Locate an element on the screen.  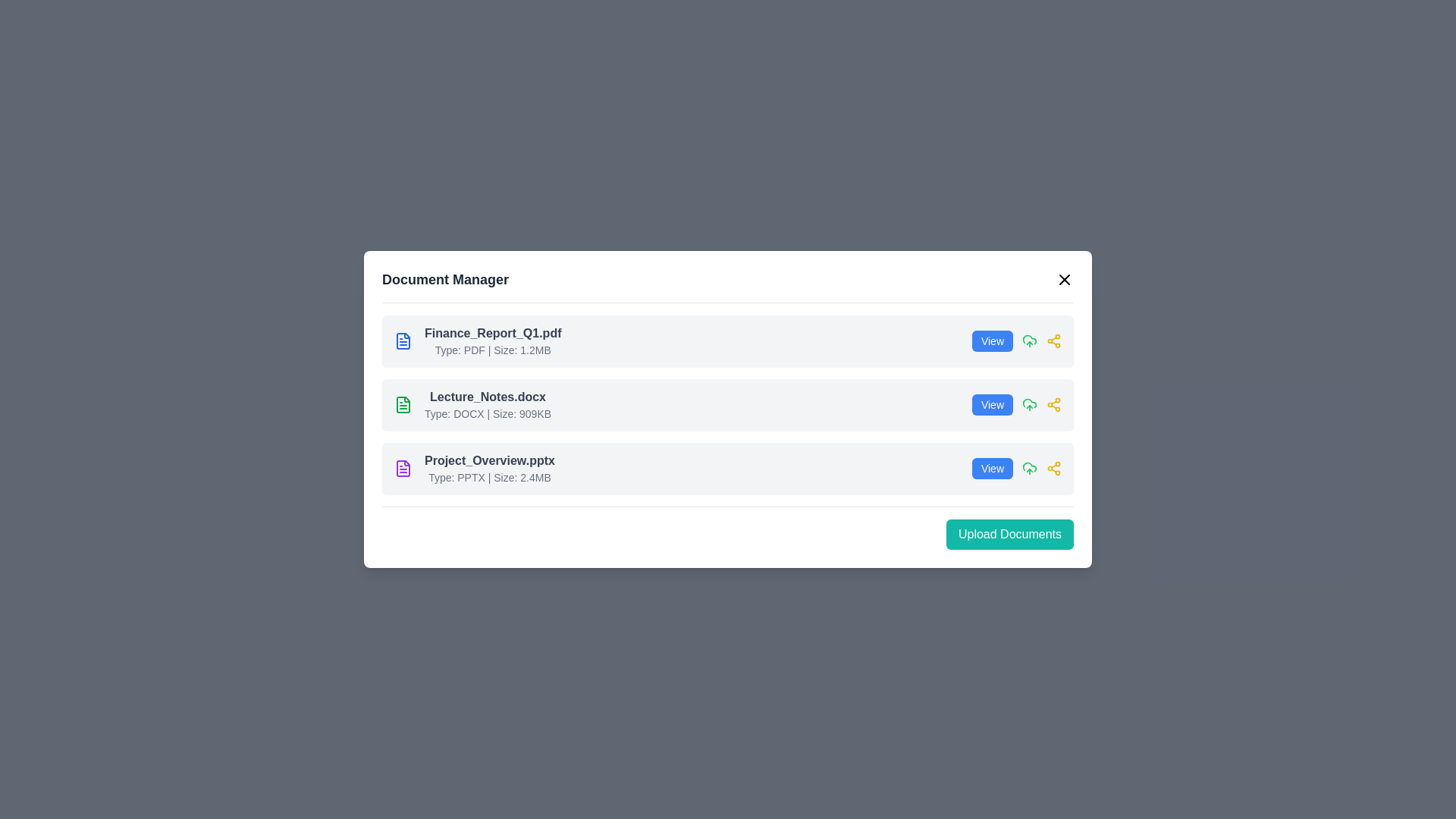
the button with a teal background and white text that reads 'Upload Documents' is located at coordinates (1009, 534).